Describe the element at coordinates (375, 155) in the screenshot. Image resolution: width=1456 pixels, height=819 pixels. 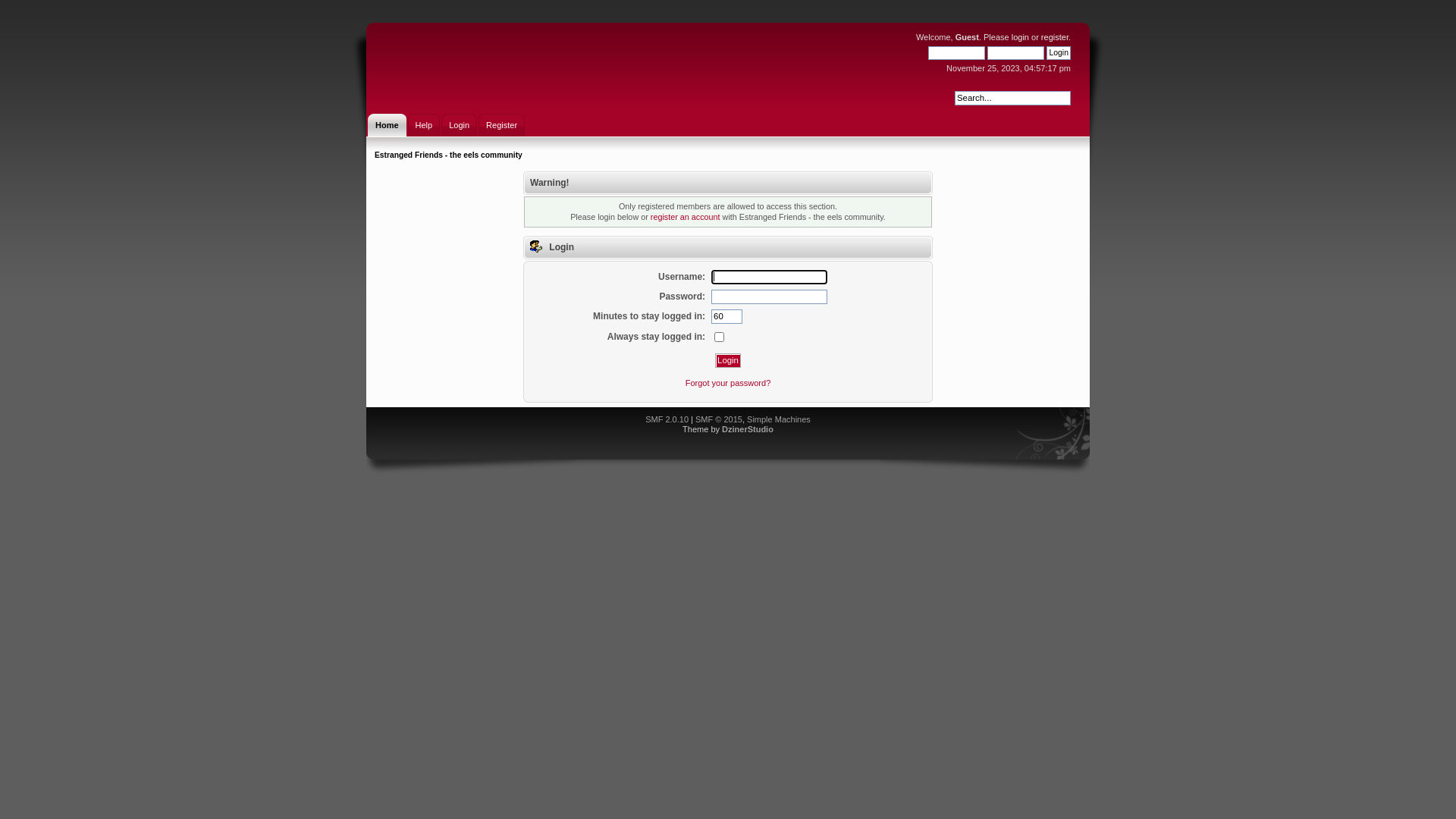
I see `'Estranged Friends - the eels community'` at that location.